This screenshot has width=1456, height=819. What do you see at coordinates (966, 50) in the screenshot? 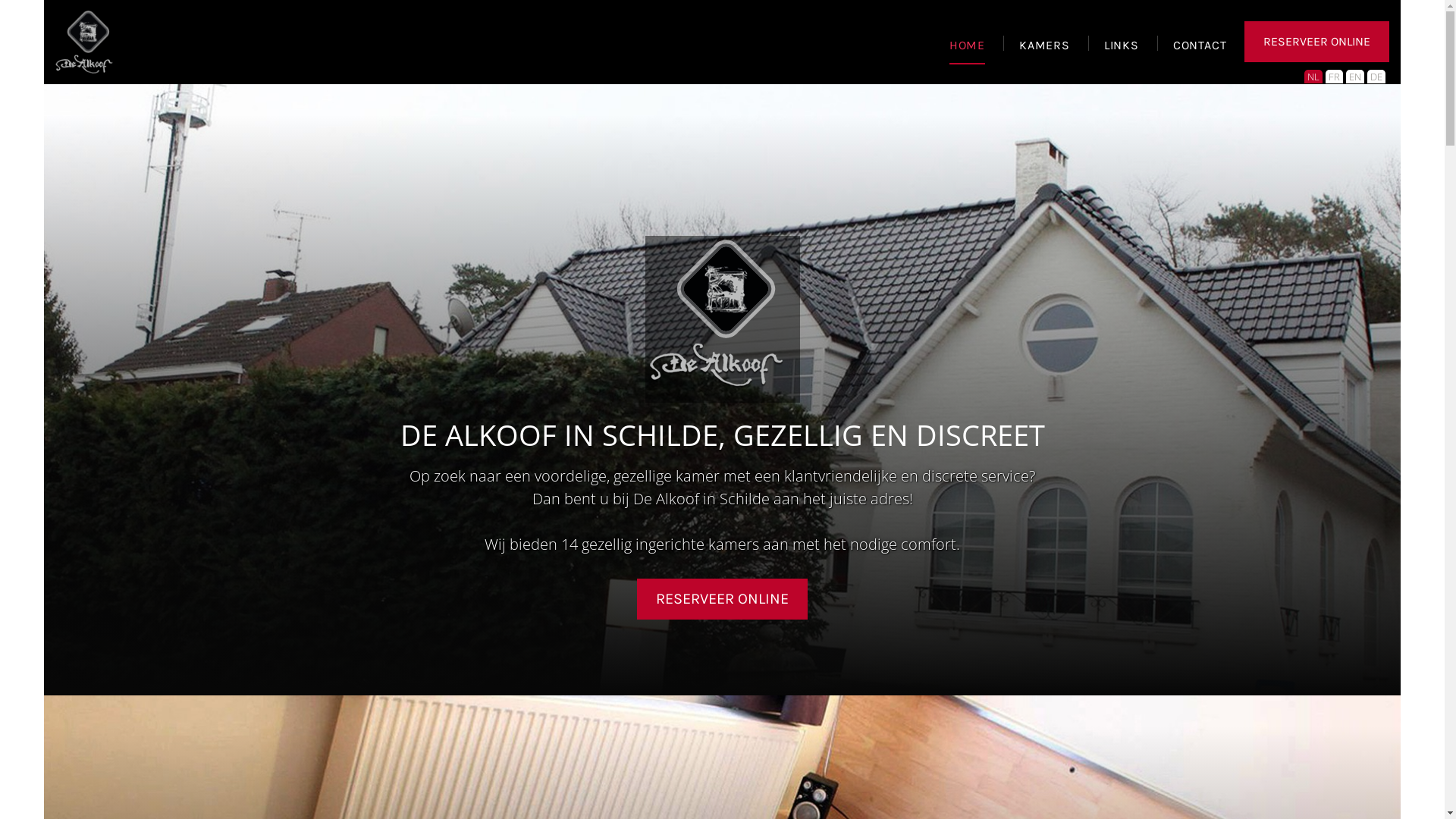
I see `'HOME'` at bounding box center [966, 50].